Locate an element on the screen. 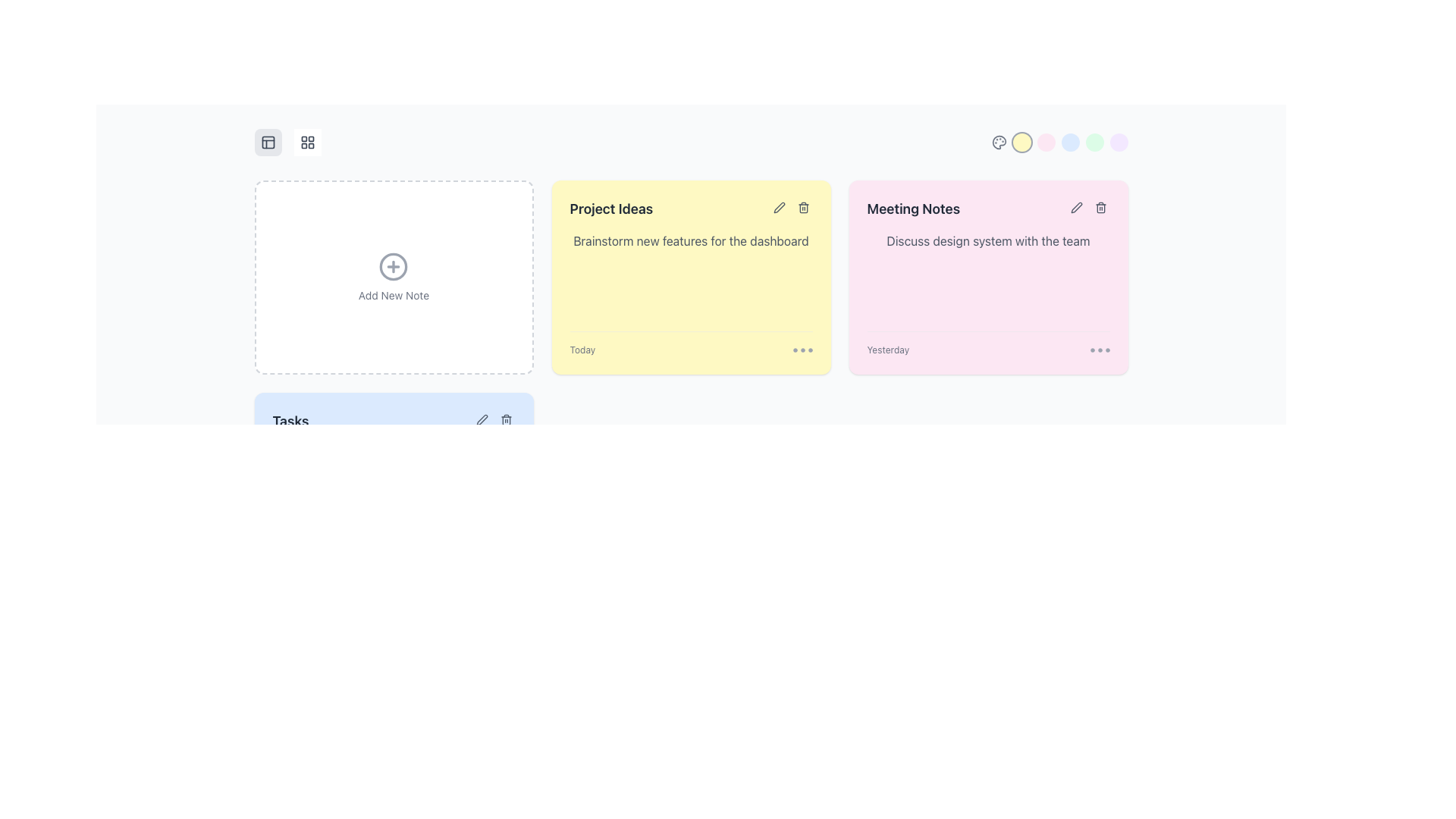 Image resolution: width=1456 pixels, height=819 pixels. the action button for adding a new note, which is represented by an icon and text within a dashed rectangular area in the left-center portion of the interface is located at coordinates (394, 278).